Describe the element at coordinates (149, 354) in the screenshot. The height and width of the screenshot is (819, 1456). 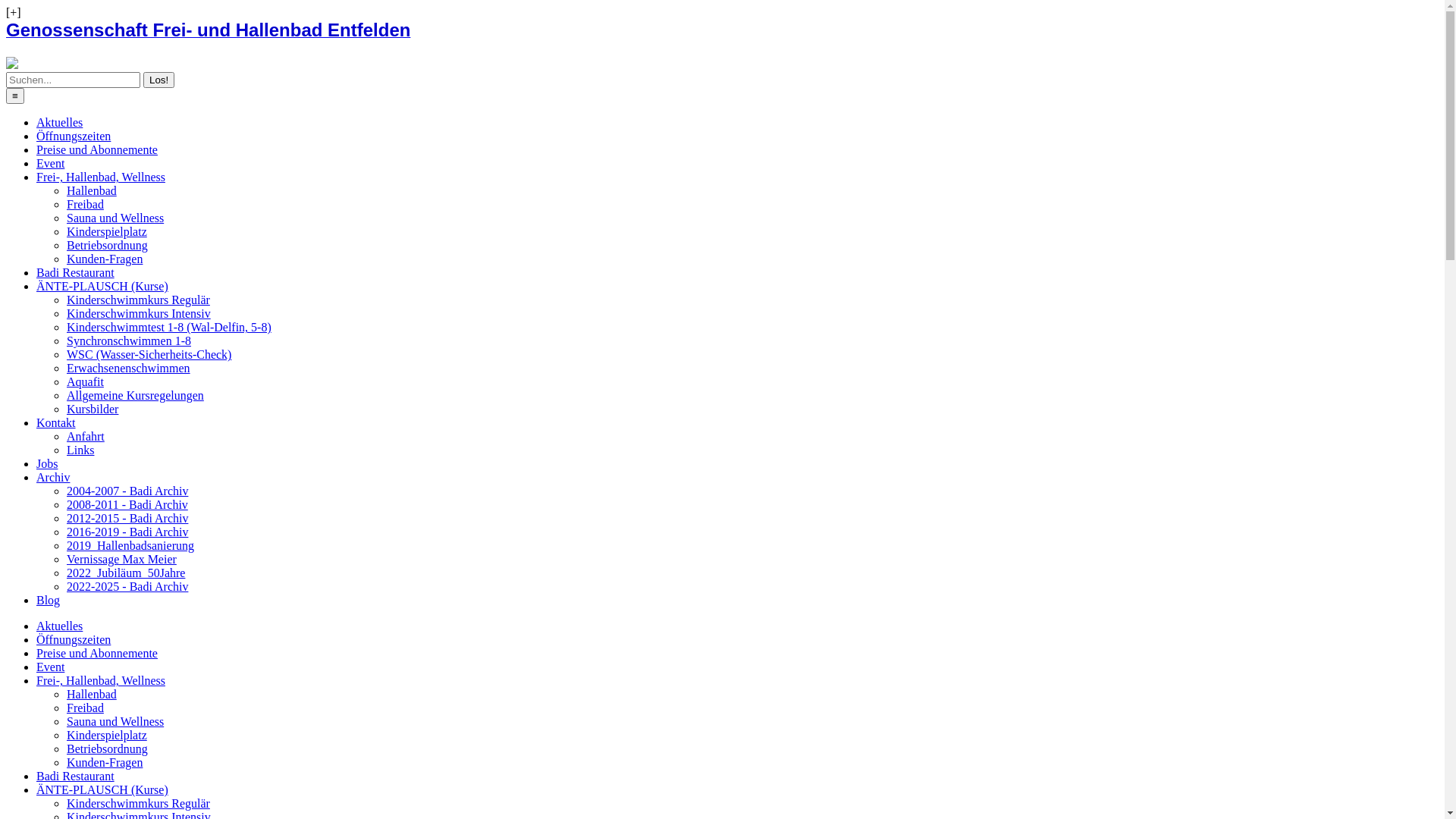
I see `'WSC (Wasser-Sicherheits-Check)'` at that location.